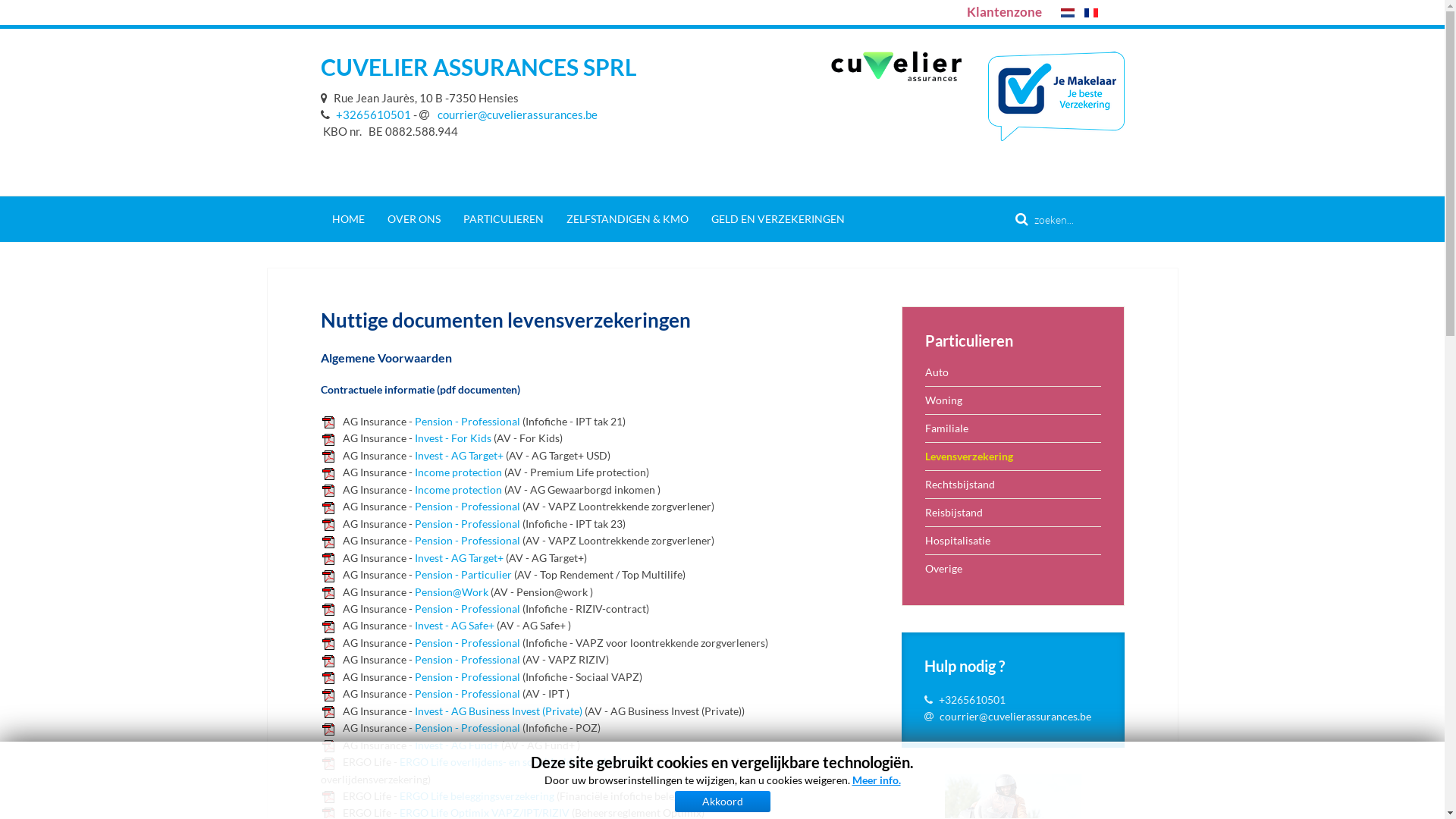  What do you see at coordinates (466, 607) in the screenshot?
I see `'Pension - Professional'` at bounding box center [466, 607].